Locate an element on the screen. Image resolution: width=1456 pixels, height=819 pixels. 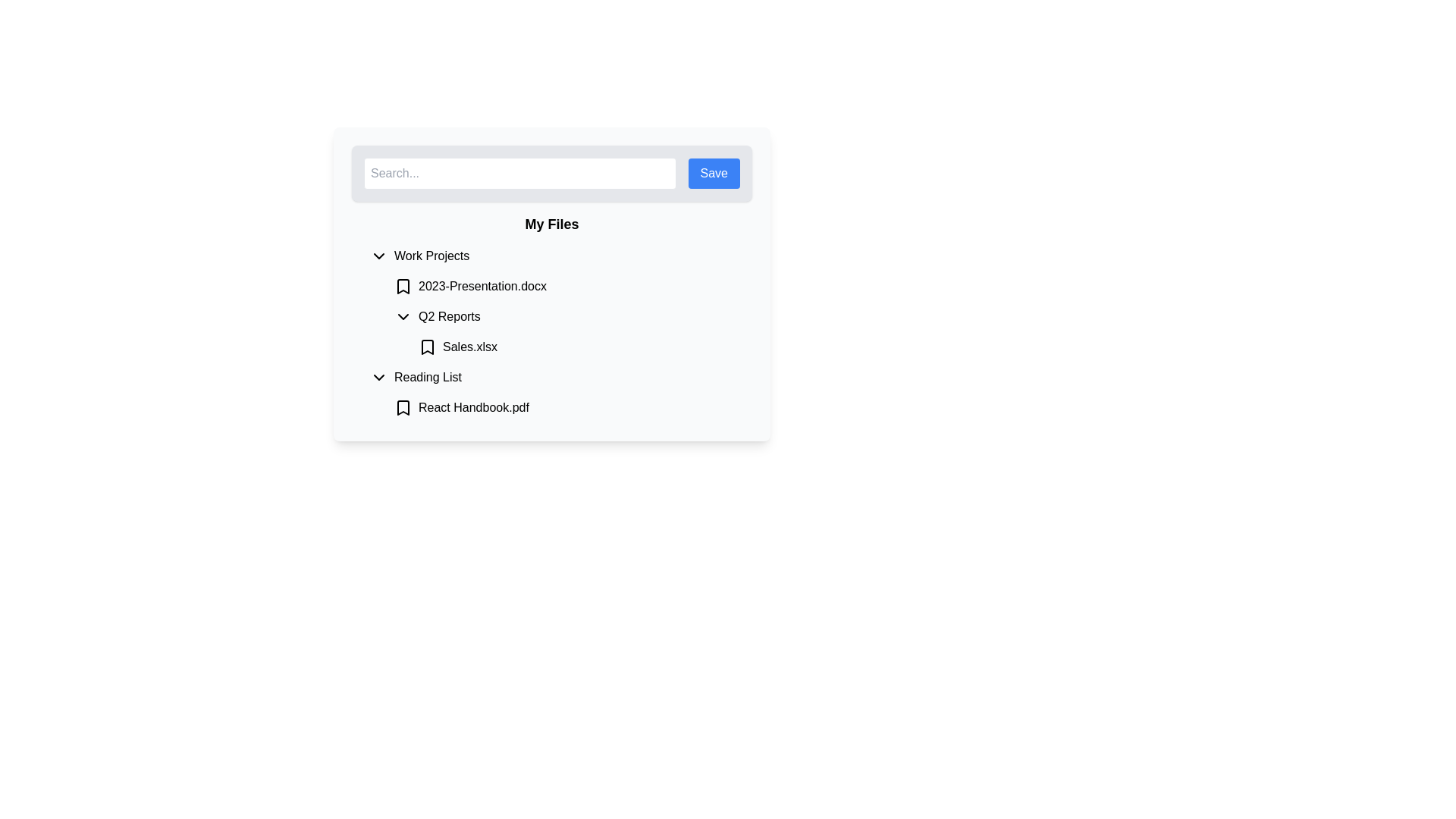
the text label displaying the filename '2023-Presentation.docx' located under the 'Work Projects' section is located at coordinates (482, 287).